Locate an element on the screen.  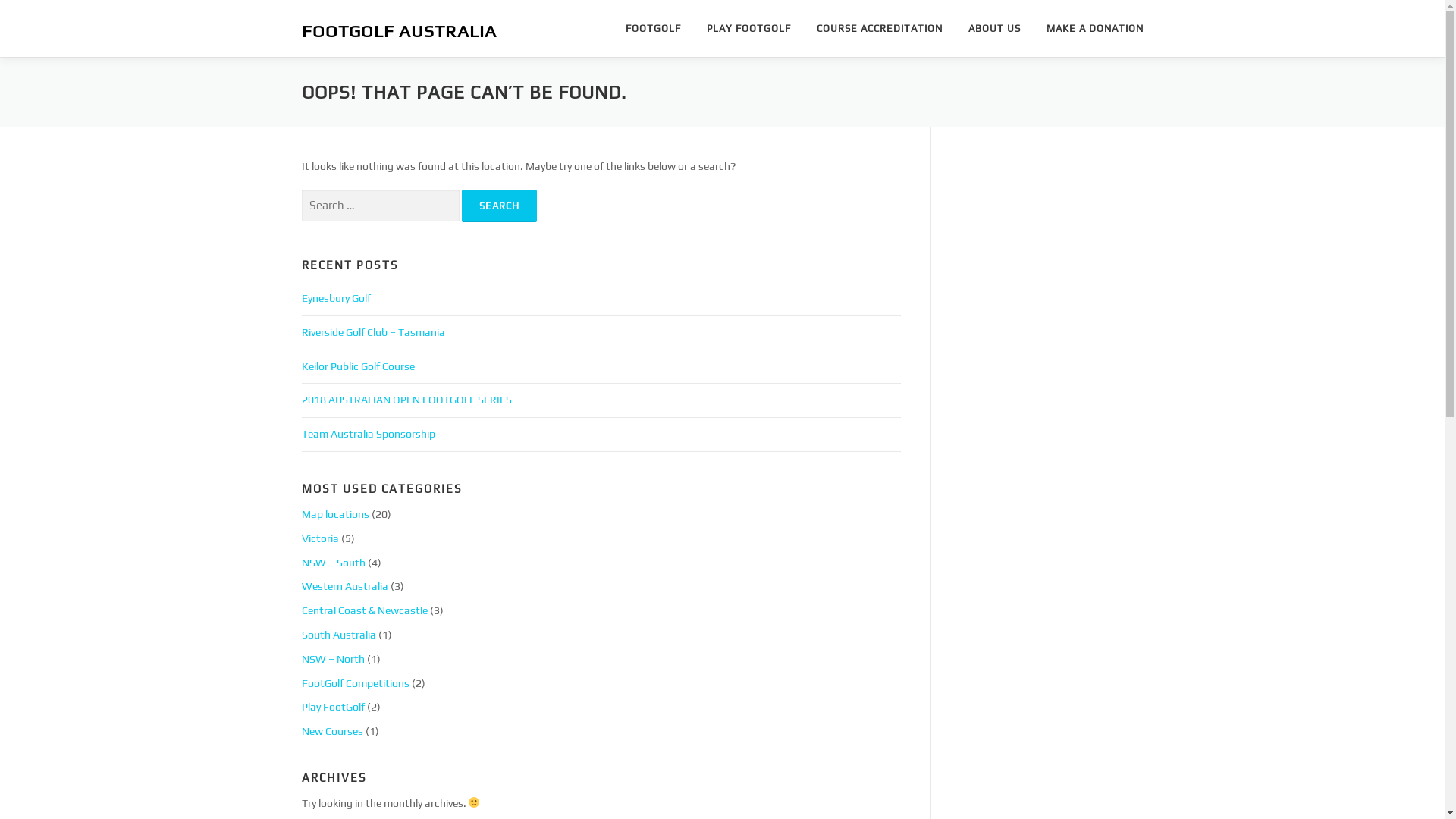
'FootGolf Competitions' is located at coordinates (355, 683).